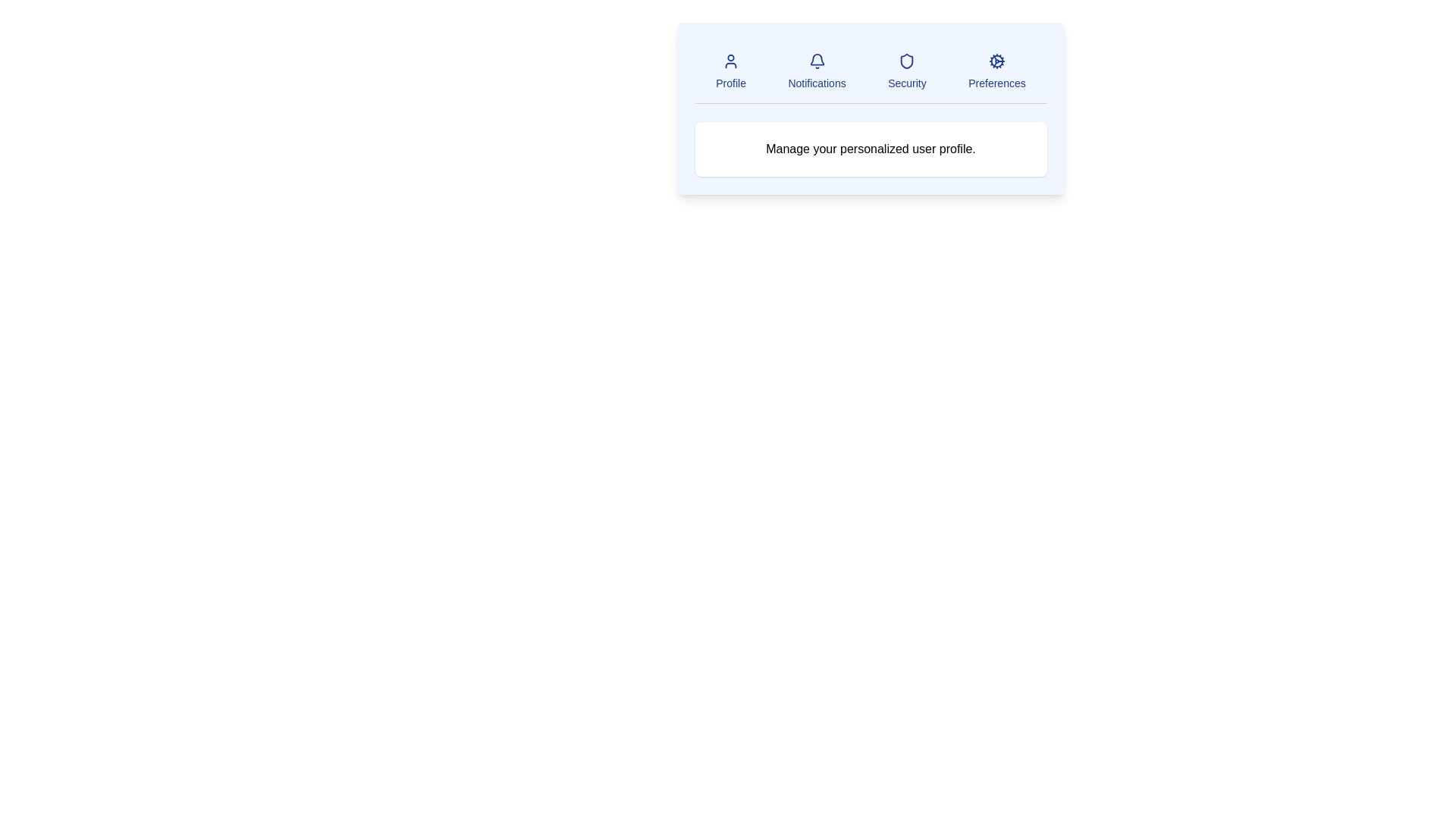  Describe the element at coordinates (816, 72) in the screenshot. I see `the tab labeled Notifications` at that location.